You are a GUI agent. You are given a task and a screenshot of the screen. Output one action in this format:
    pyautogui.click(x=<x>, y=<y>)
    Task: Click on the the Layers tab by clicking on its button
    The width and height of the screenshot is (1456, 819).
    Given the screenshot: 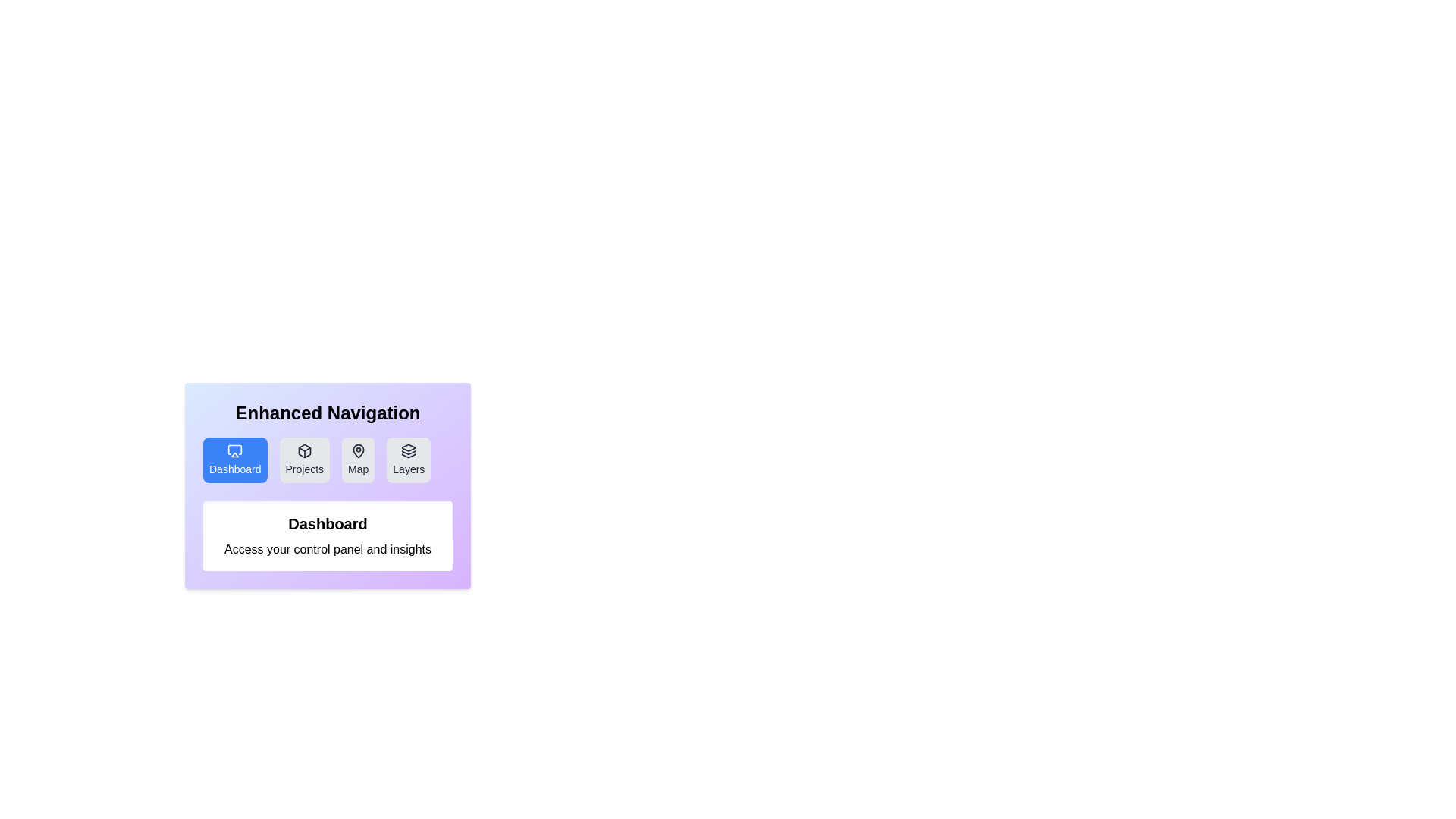 What is the action you would take?
    pyautogui.click(x=409, y=459)
    